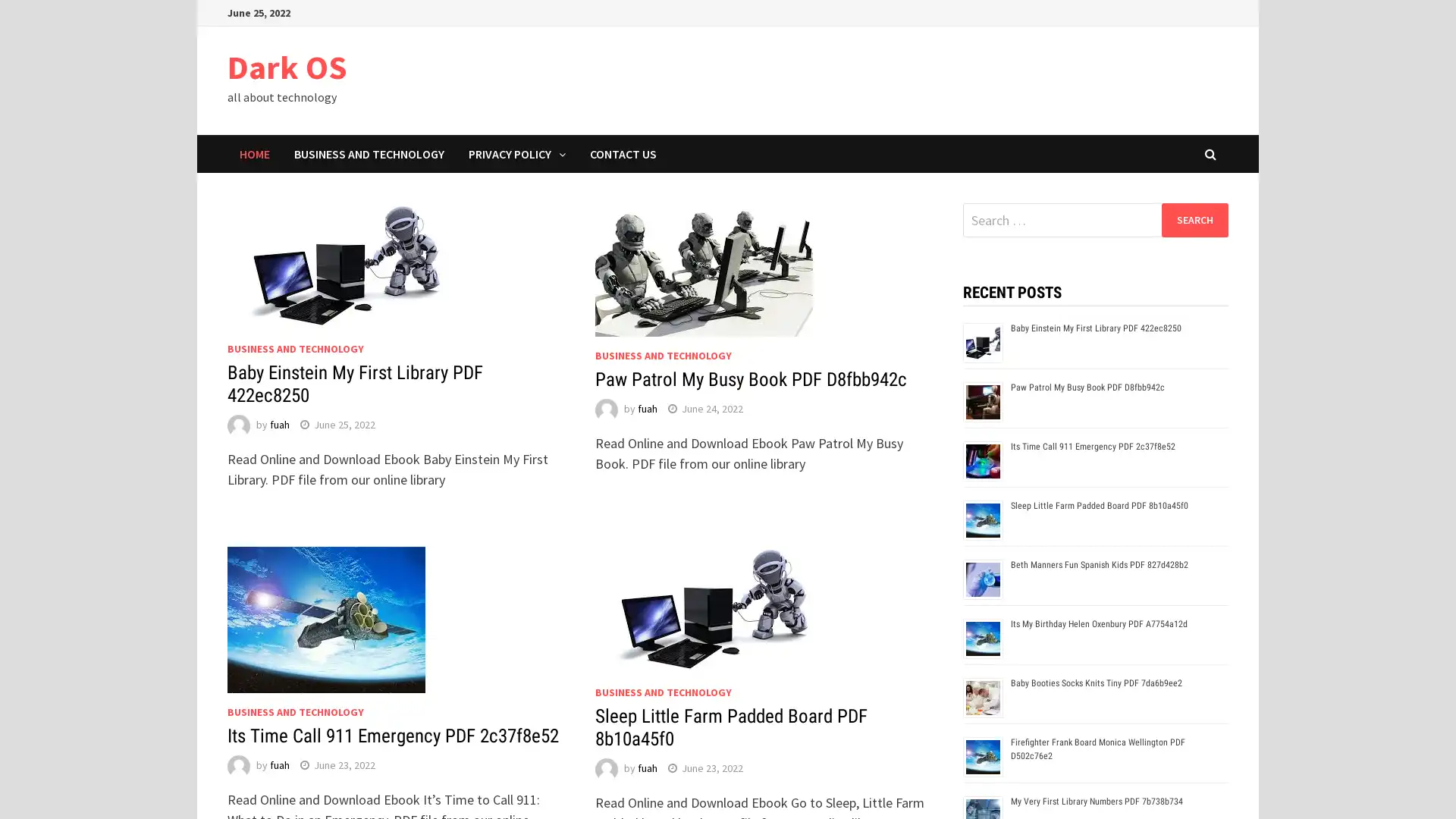  What do you see at coordinates (1194, 219) in the screenshot?
I see `Search` at bounding box center [1194, 219].